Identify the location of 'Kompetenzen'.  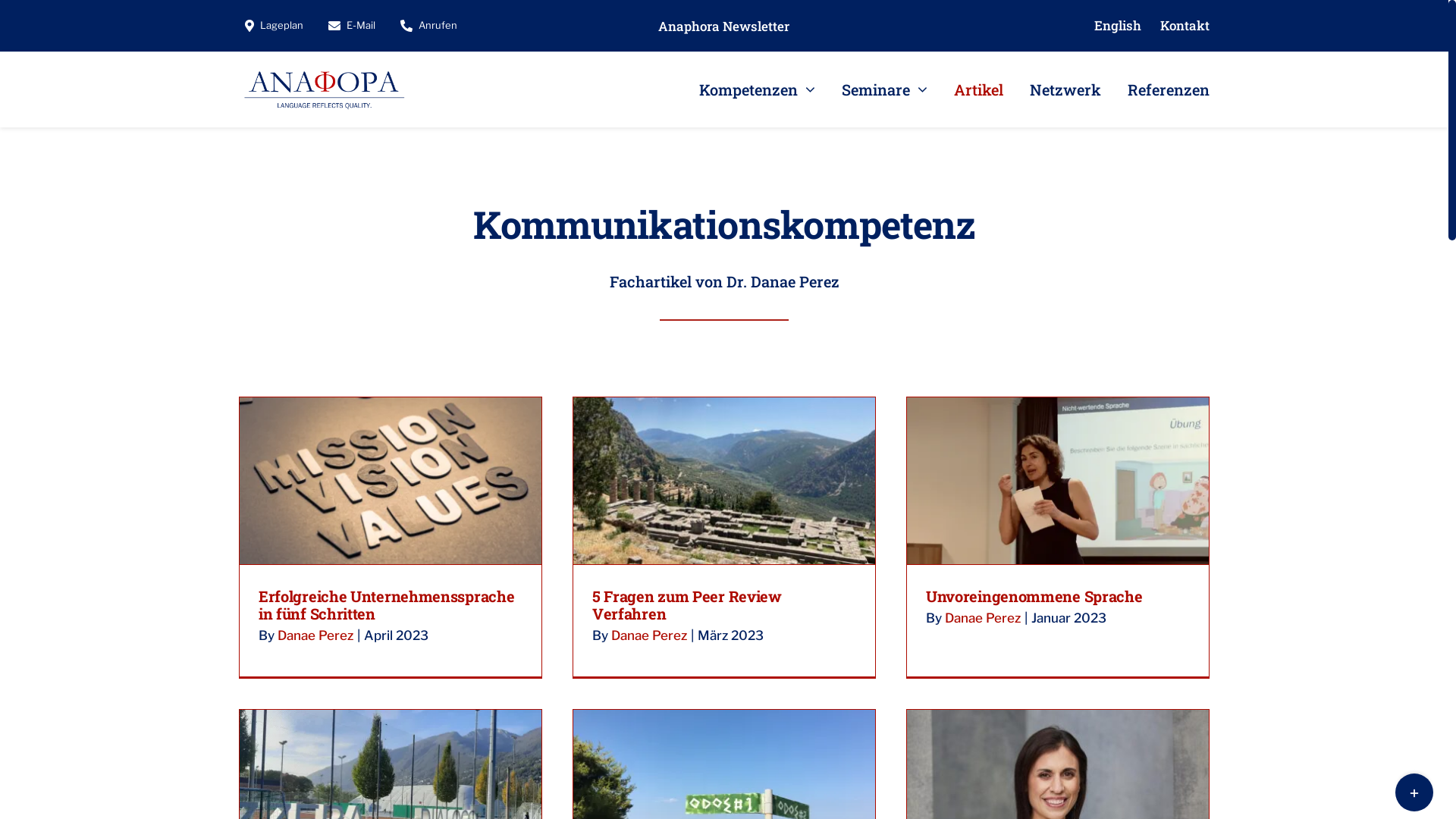
(698, 89).